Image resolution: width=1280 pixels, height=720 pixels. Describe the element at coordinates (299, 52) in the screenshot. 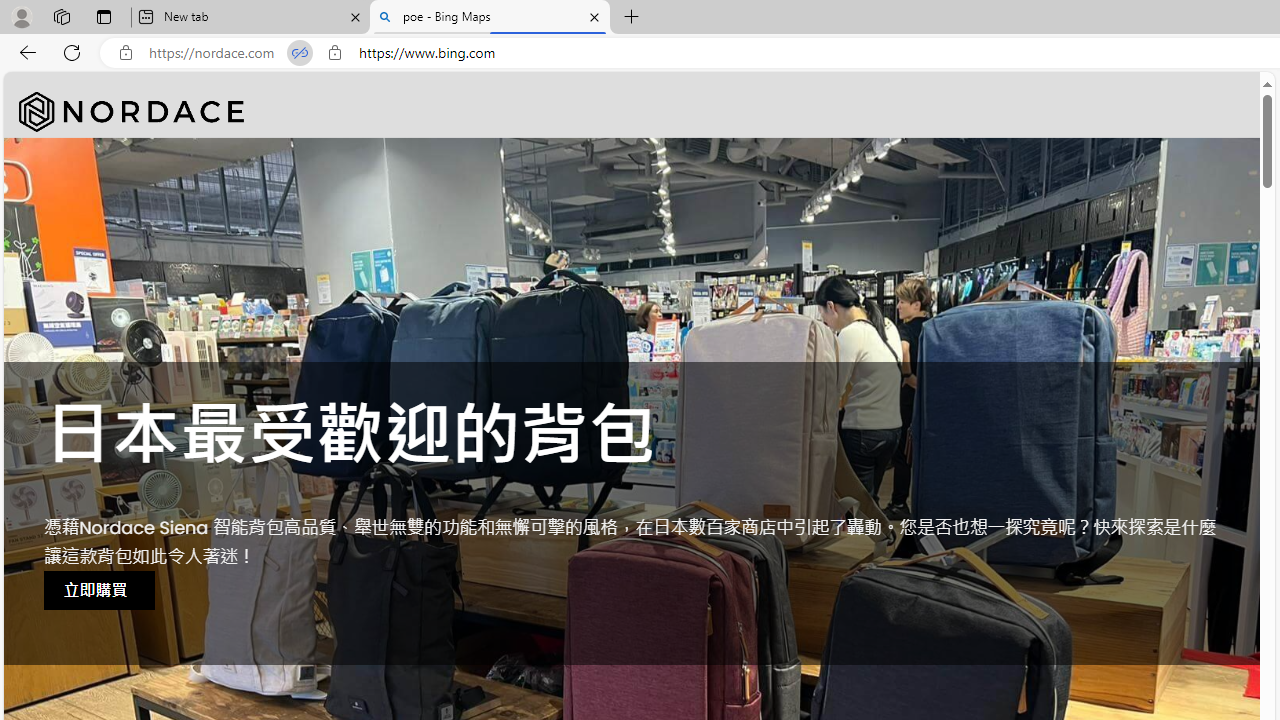

I see `'Tabs in split screen'` at that location.